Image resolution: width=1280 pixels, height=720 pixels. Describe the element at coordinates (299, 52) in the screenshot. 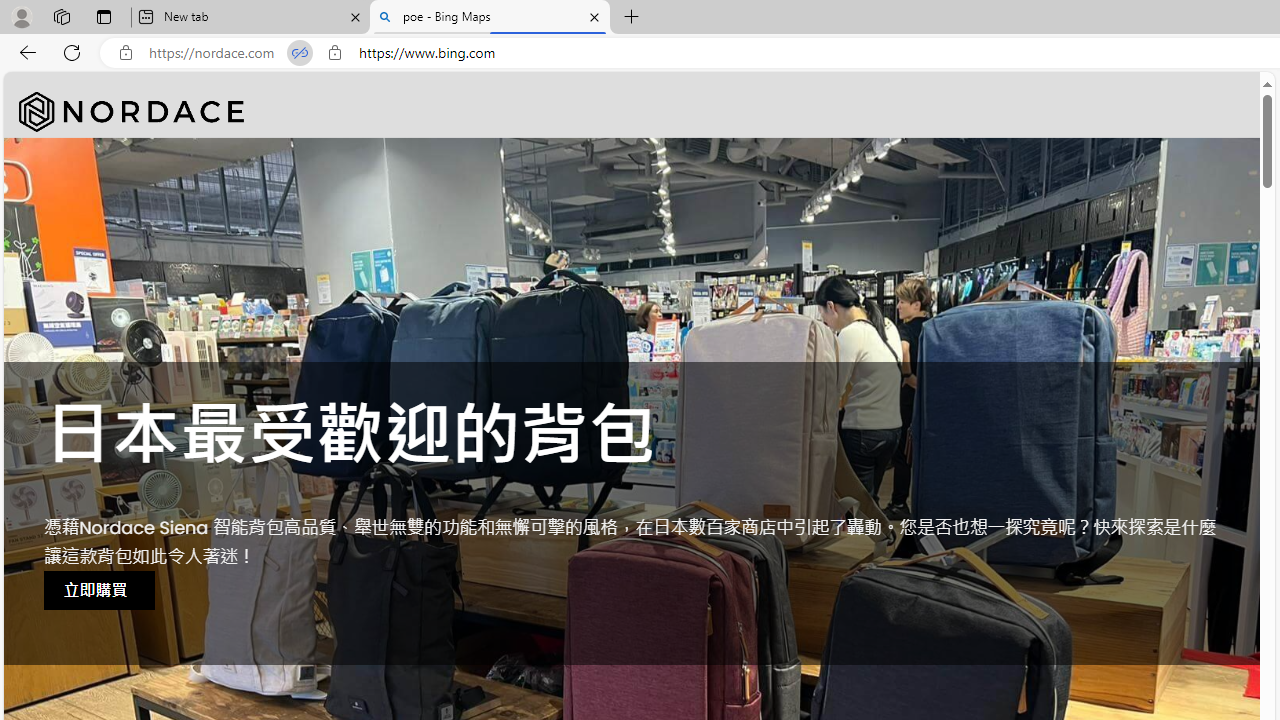

I see `'Tabs in split screen'` at that location.